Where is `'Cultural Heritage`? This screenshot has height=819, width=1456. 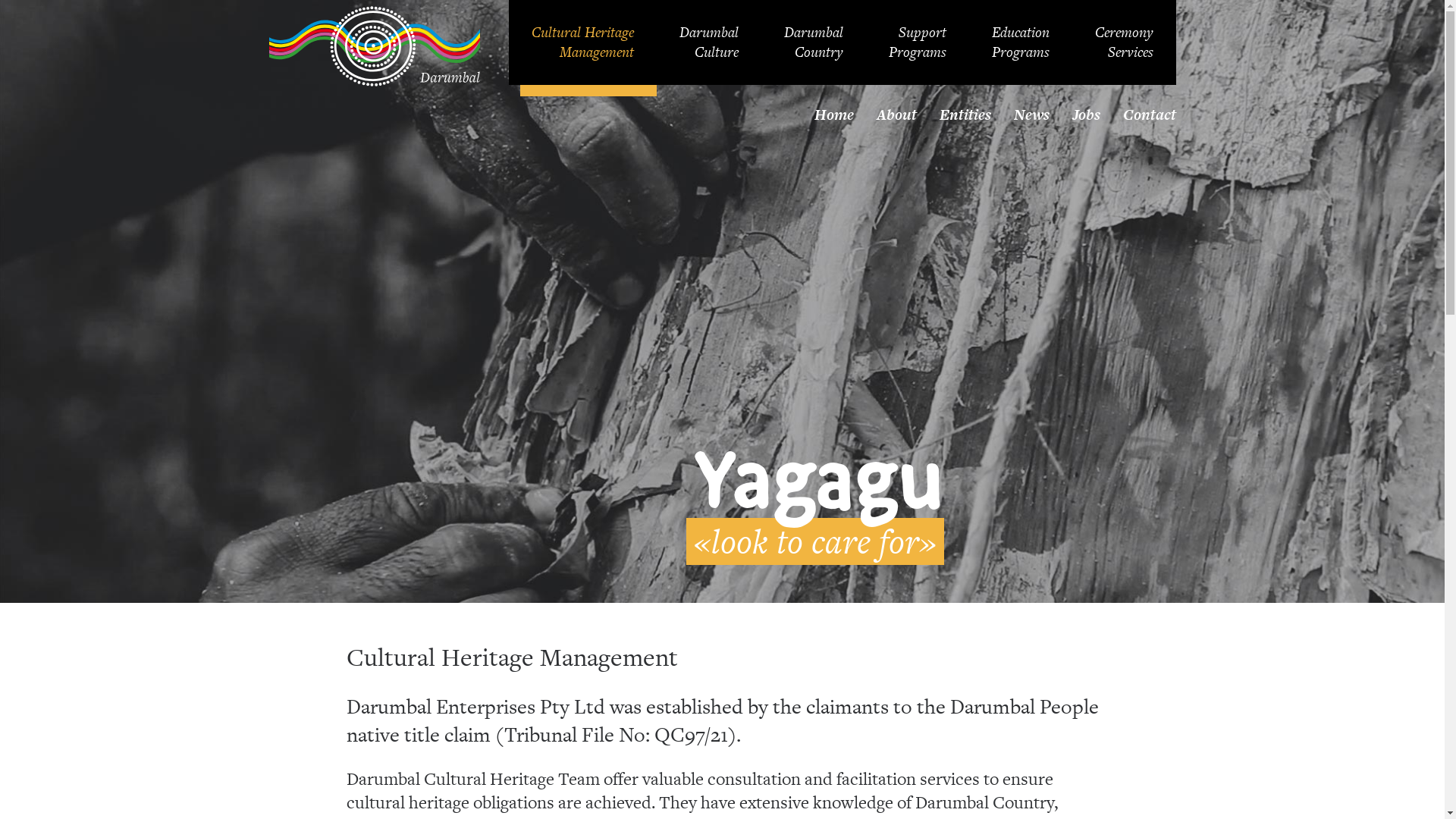 'Cultural Heritage is located at coordinates (581, 42).